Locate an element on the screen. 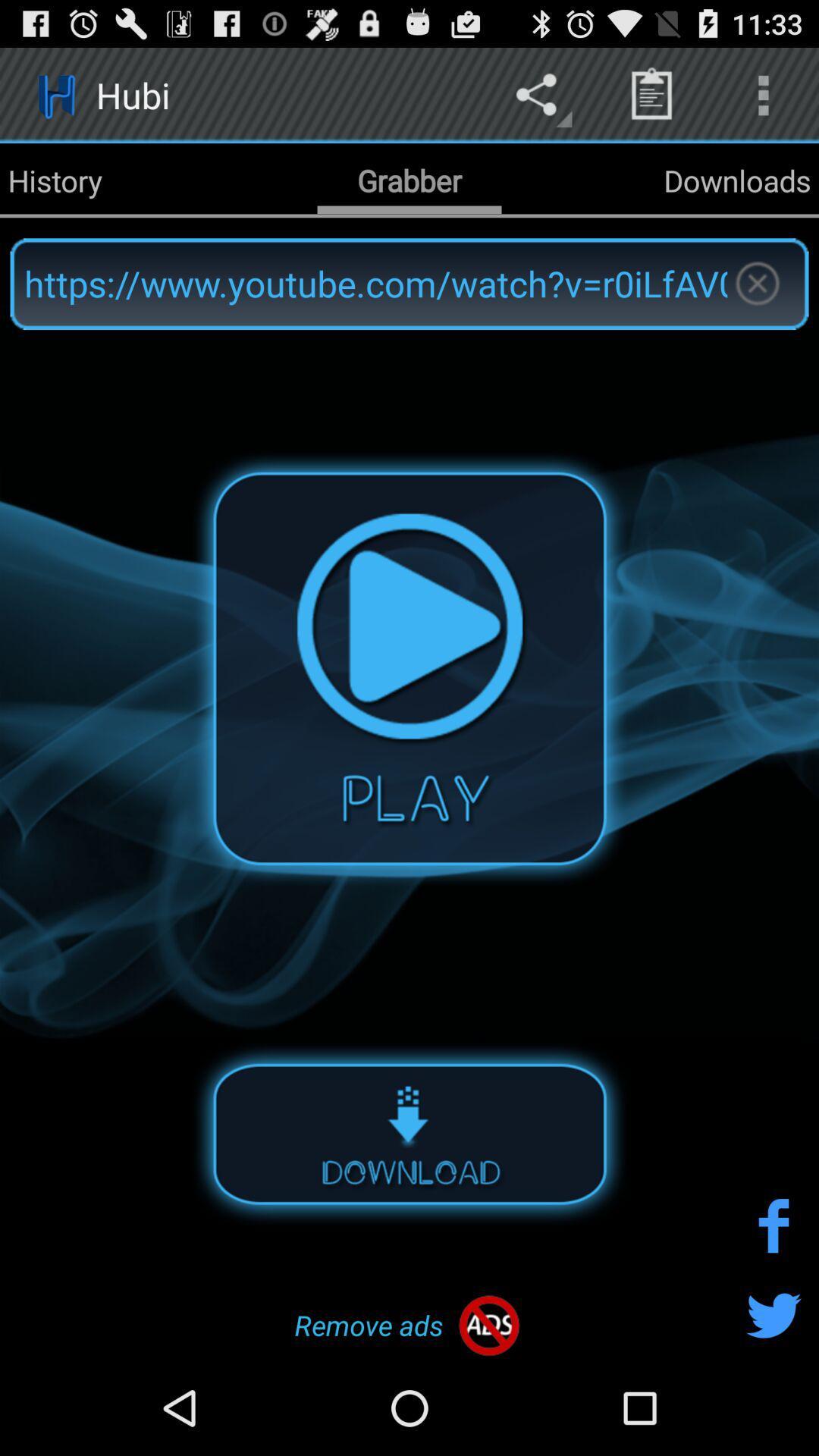  the close icon is located at coordinates (757, 303).